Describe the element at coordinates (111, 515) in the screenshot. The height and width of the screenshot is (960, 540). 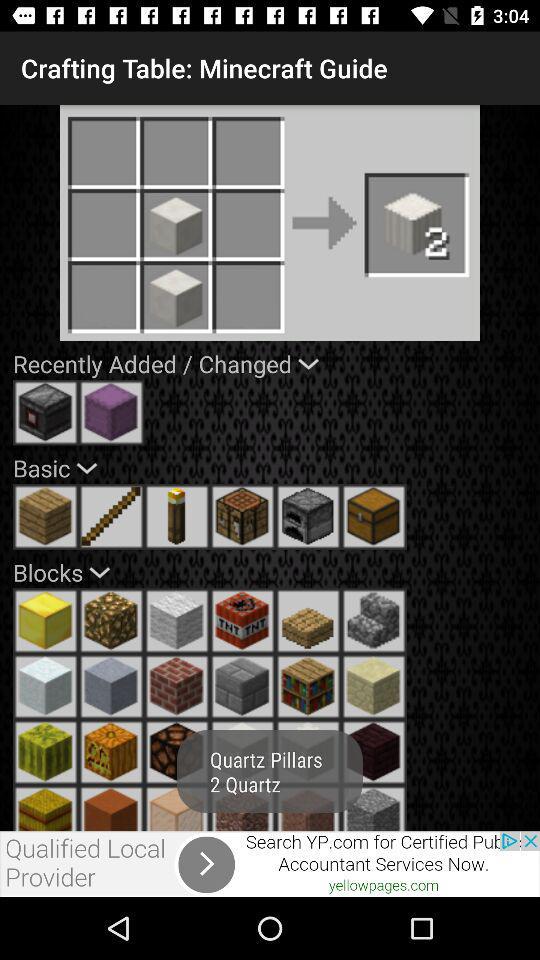
I see `element` at that location.